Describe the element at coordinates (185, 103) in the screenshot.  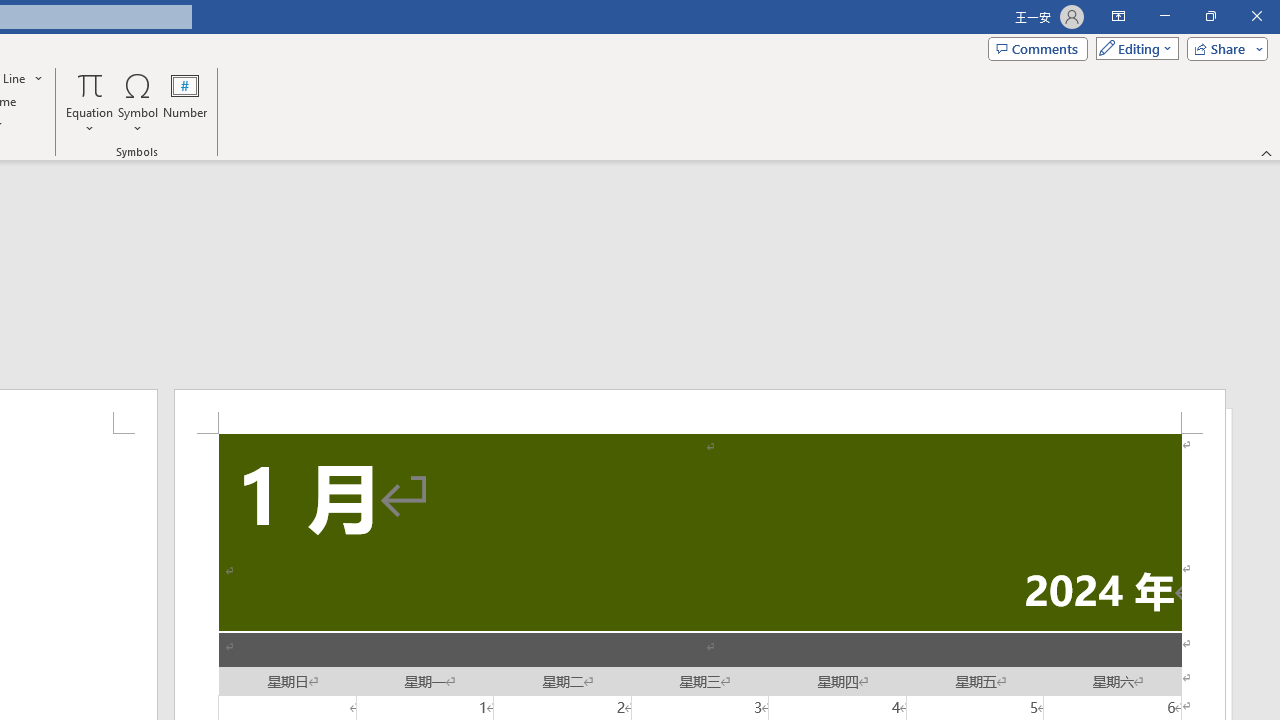
I see `'Number...'` at that location.